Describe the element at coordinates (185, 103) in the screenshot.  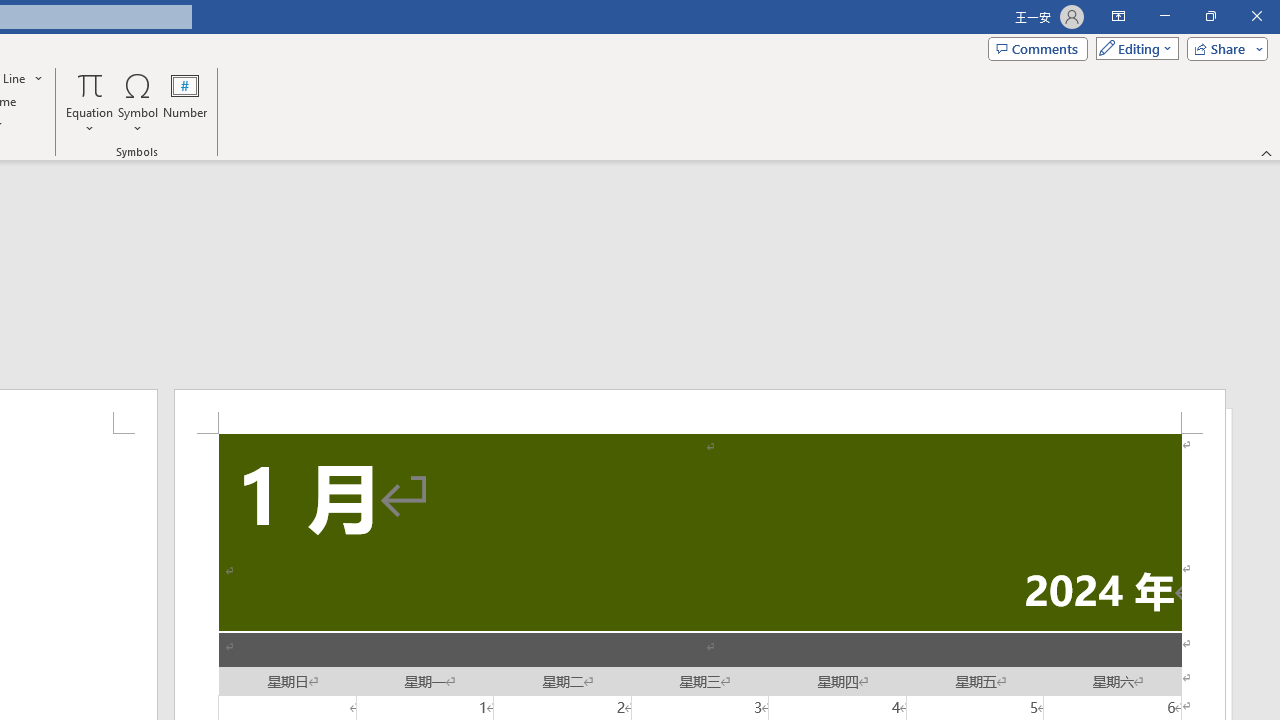
I see `'Number...'` at that location.